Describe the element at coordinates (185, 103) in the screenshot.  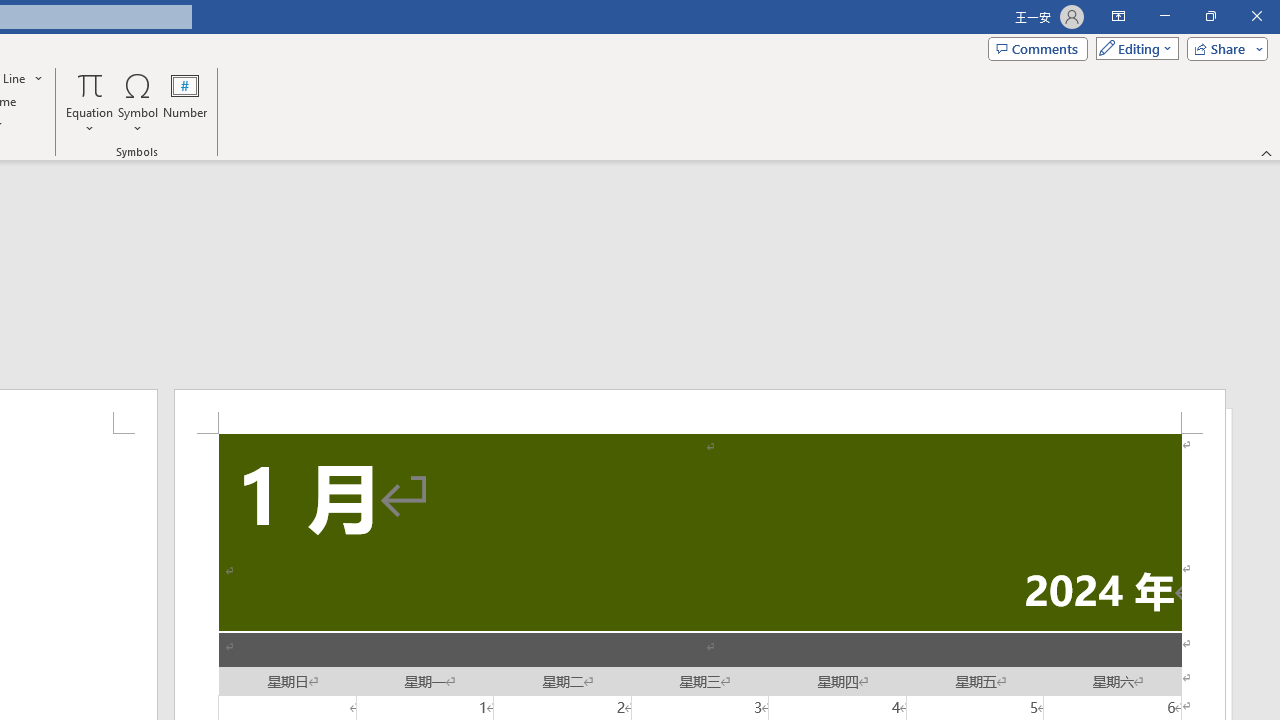
I see `'Number...'` at that location.